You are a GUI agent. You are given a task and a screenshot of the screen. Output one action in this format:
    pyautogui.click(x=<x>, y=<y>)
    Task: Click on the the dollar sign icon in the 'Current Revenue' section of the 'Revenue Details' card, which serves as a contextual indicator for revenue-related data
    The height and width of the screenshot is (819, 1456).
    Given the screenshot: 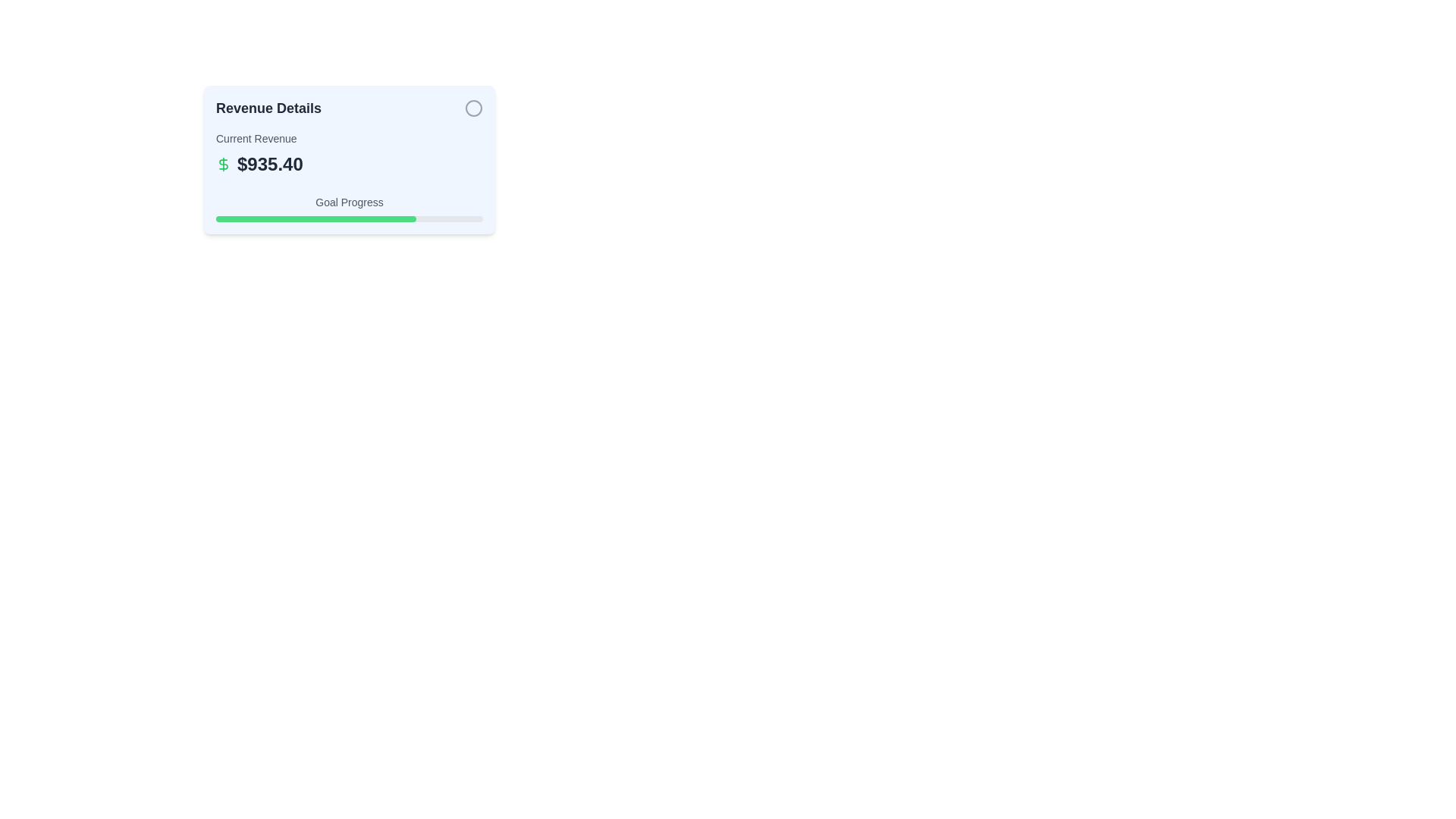 What is the action you would take?
    pyautogui.click(x=222, y=164)
    